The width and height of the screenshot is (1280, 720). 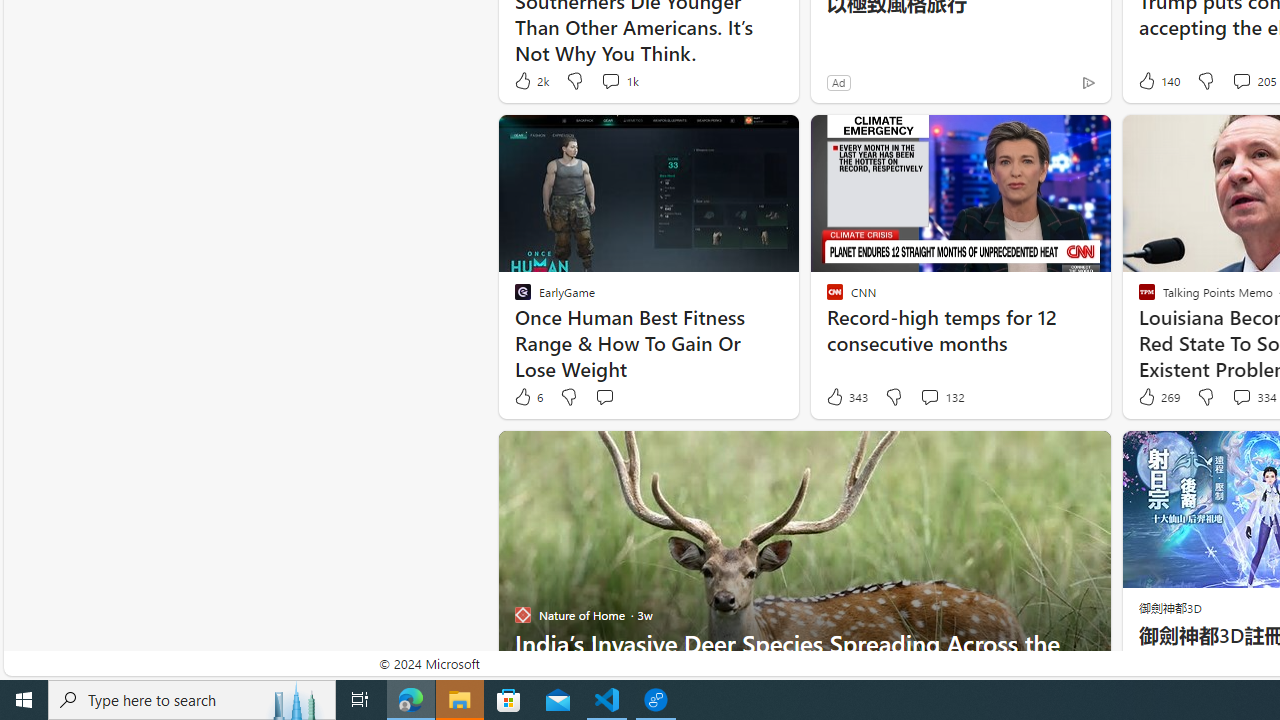 I want to click on 'See more', so click(x=1085, y=455).